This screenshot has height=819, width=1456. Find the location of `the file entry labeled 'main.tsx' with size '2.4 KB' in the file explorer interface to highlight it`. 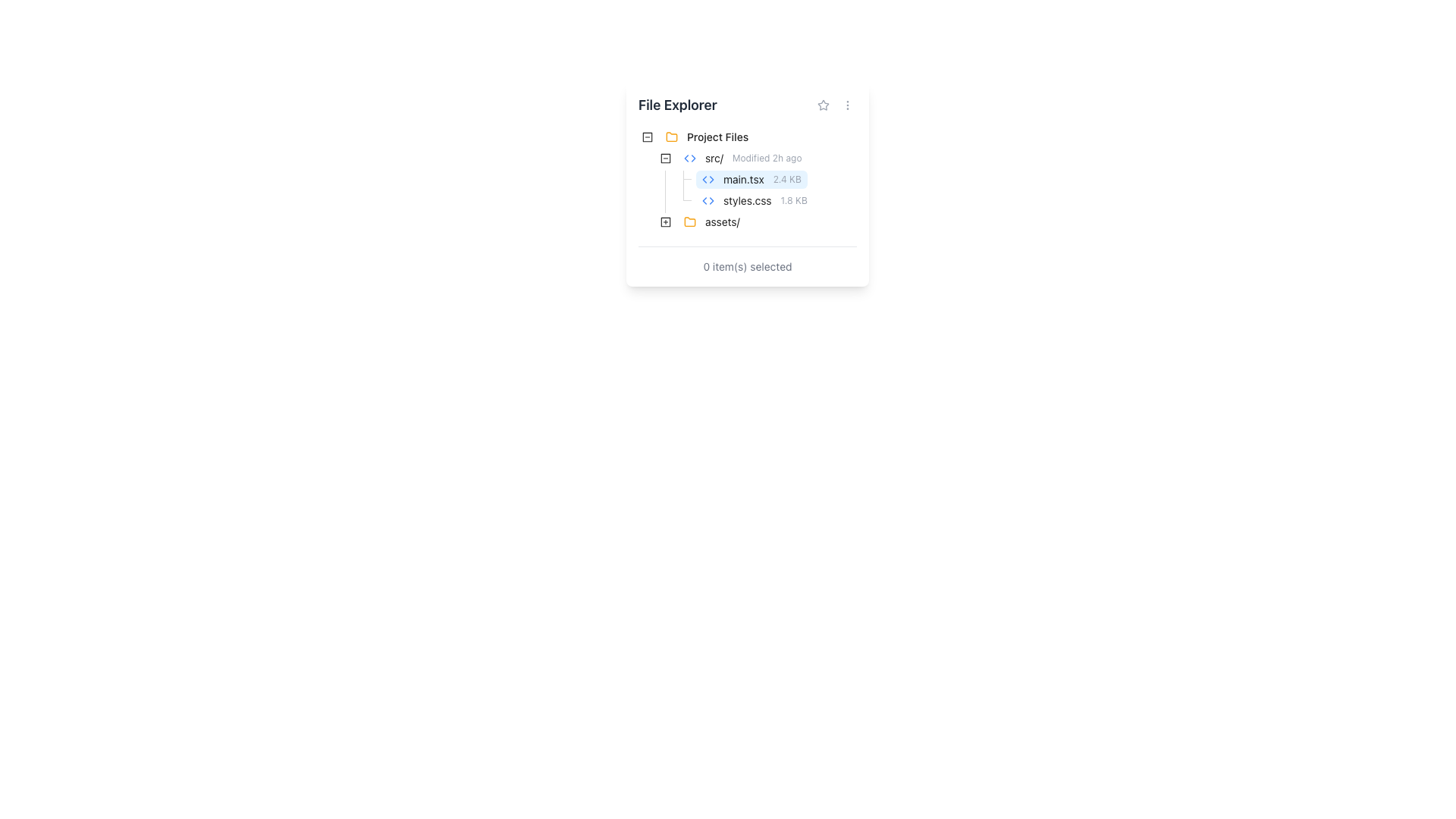

the file entry labeled 'main.tsx' with size '2.4 KB' in the file explorer interface to highlight it is located at coordinates (752, 178).